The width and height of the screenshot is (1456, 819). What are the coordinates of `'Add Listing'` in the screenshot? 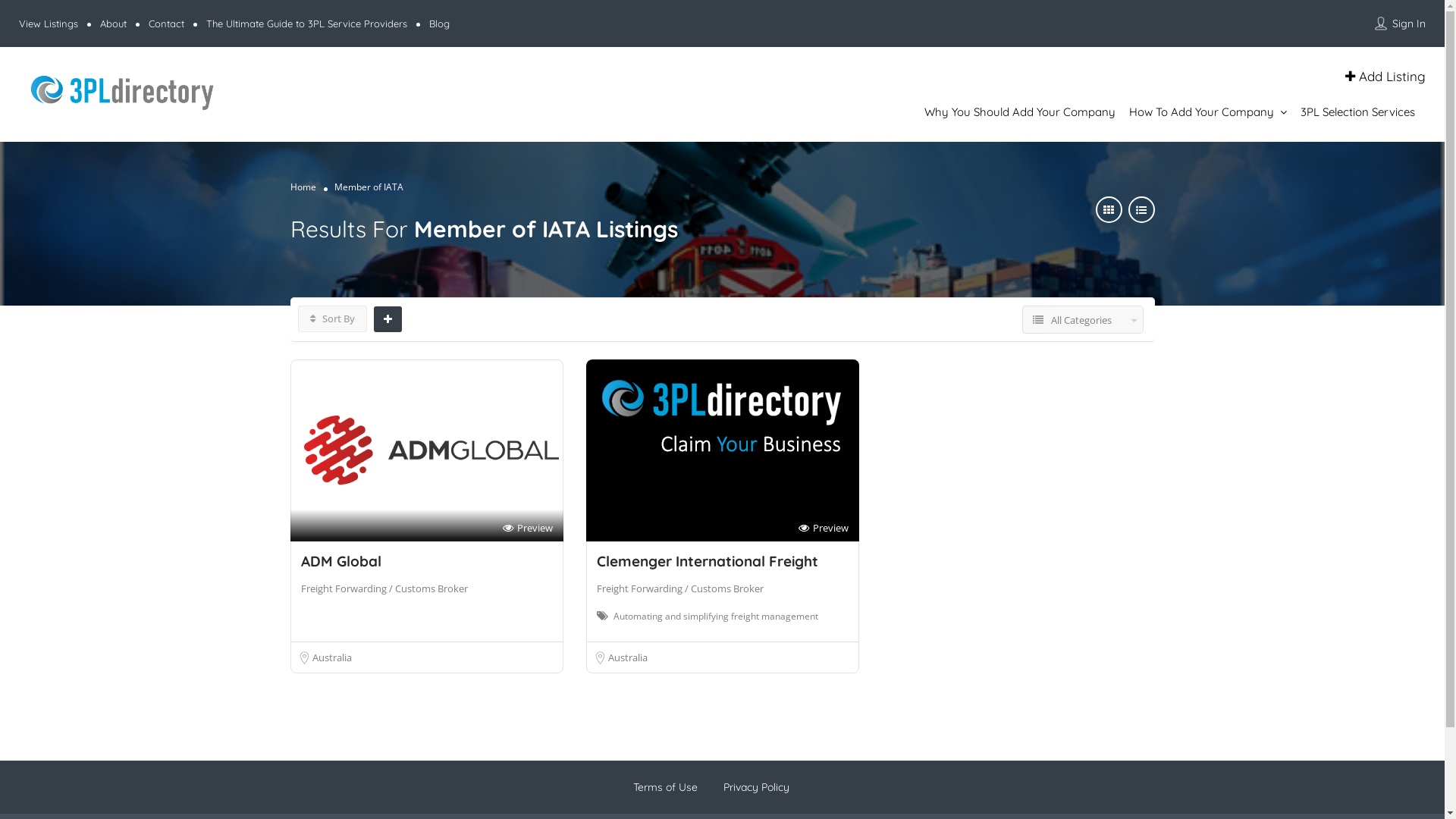 It's located at (1385, 76).